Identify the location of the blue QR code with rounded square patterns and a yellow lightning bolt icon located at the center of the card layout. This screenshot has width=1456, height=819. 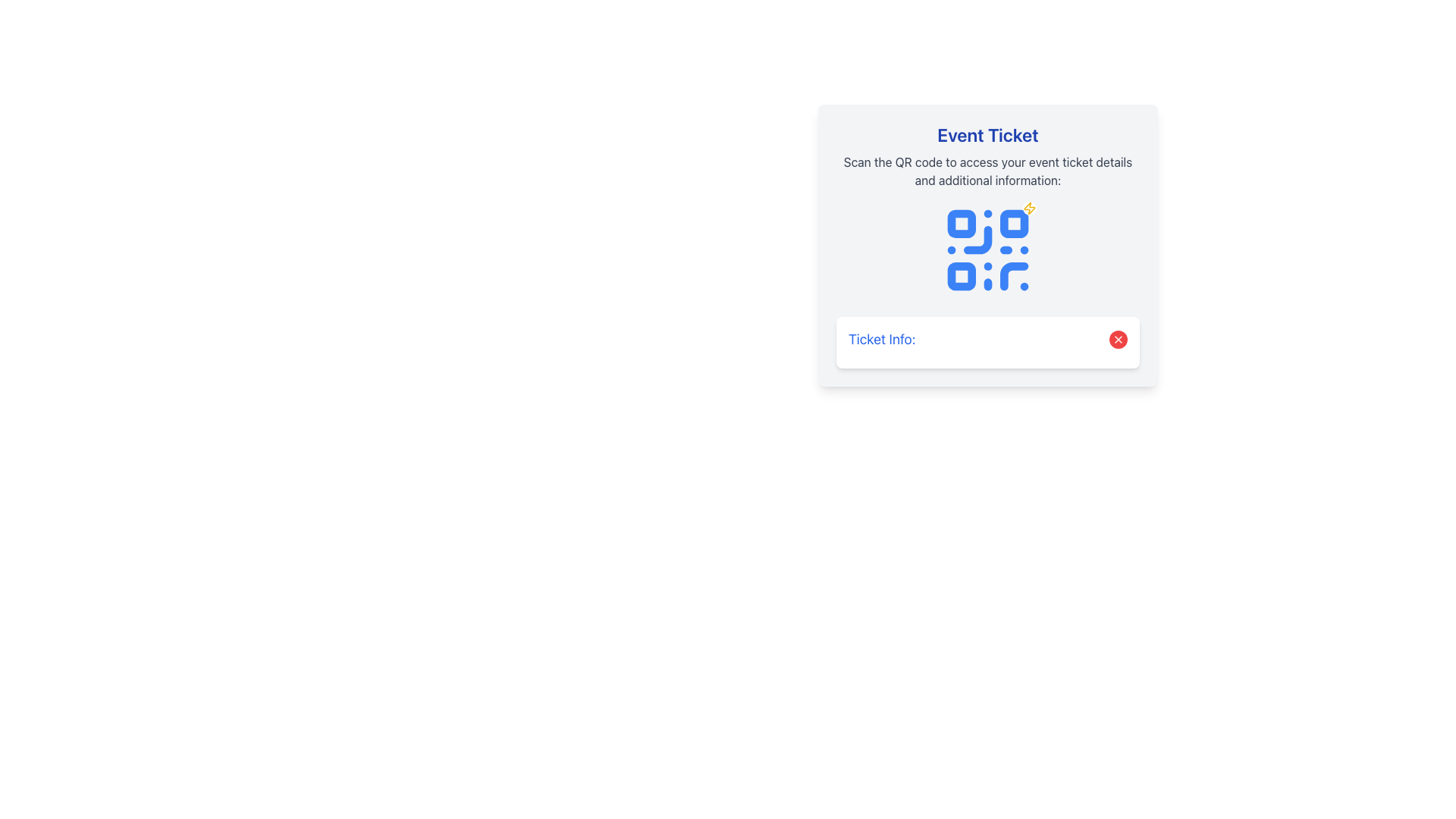
(987, 249).